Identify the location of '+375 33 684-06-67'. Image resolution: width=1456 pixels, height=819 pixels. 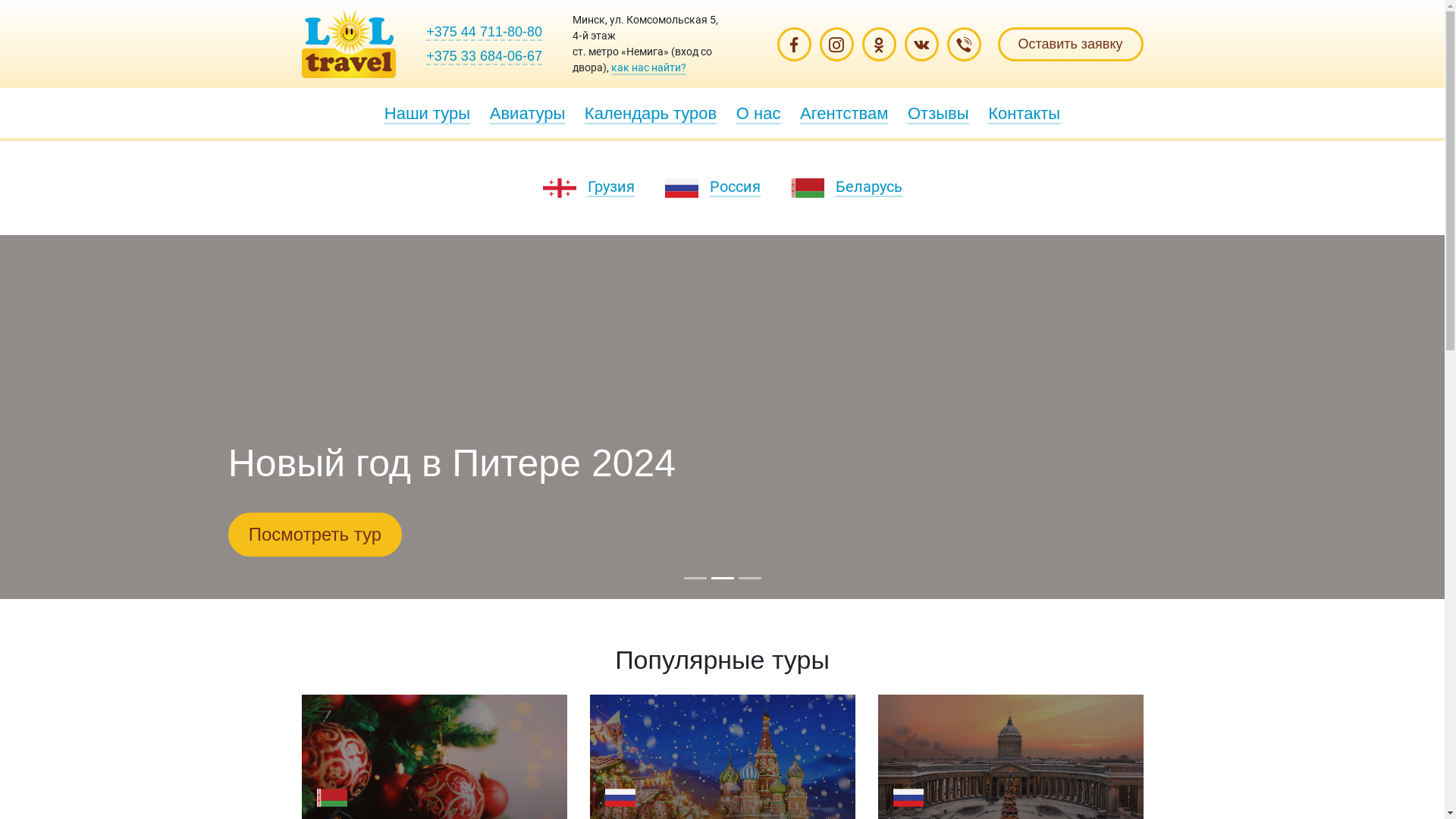
(425, 55).